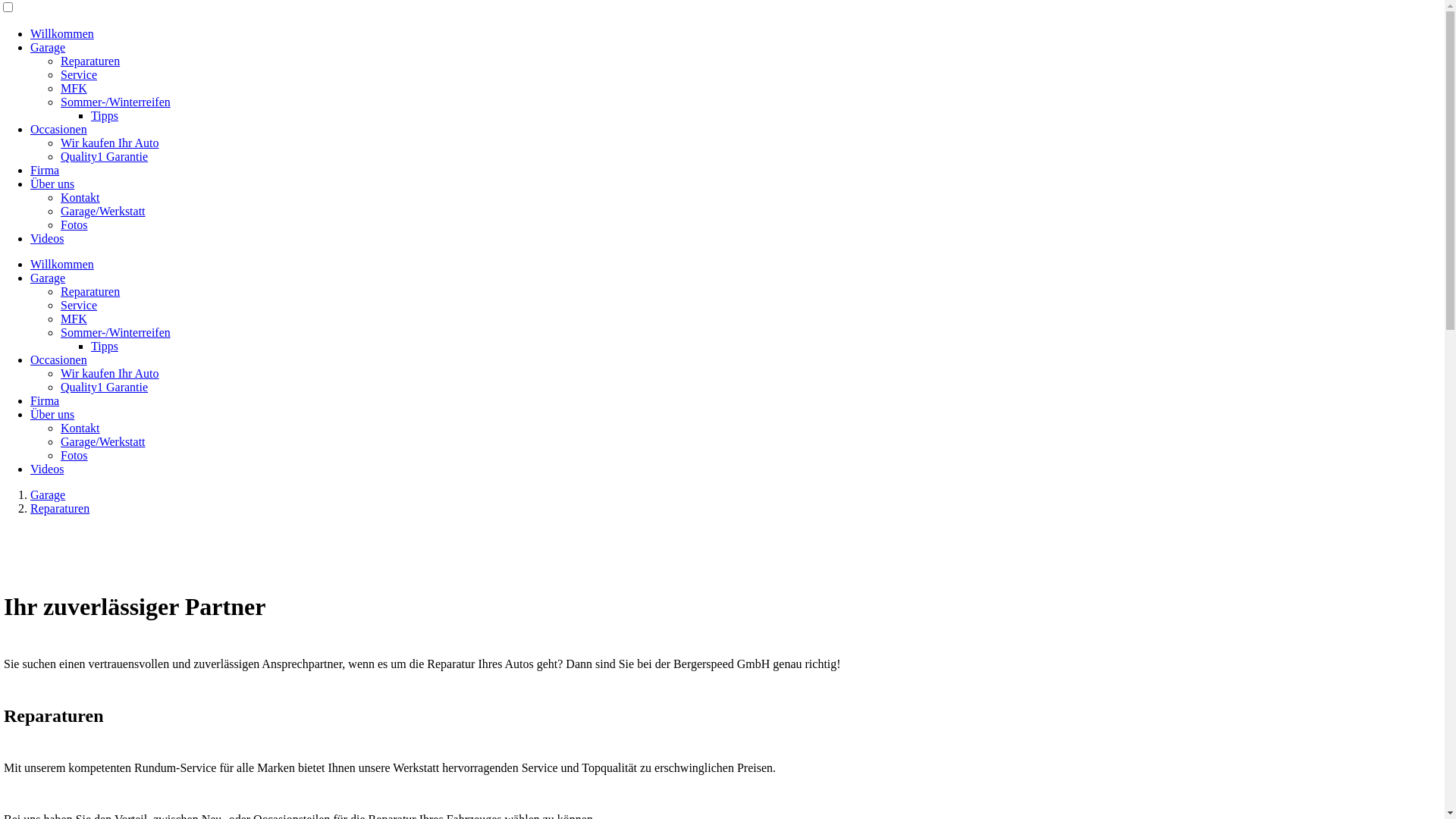 The image size is (1456, 819). I want to click on 'Sommer-/Winterreifen', so click(115, 331).